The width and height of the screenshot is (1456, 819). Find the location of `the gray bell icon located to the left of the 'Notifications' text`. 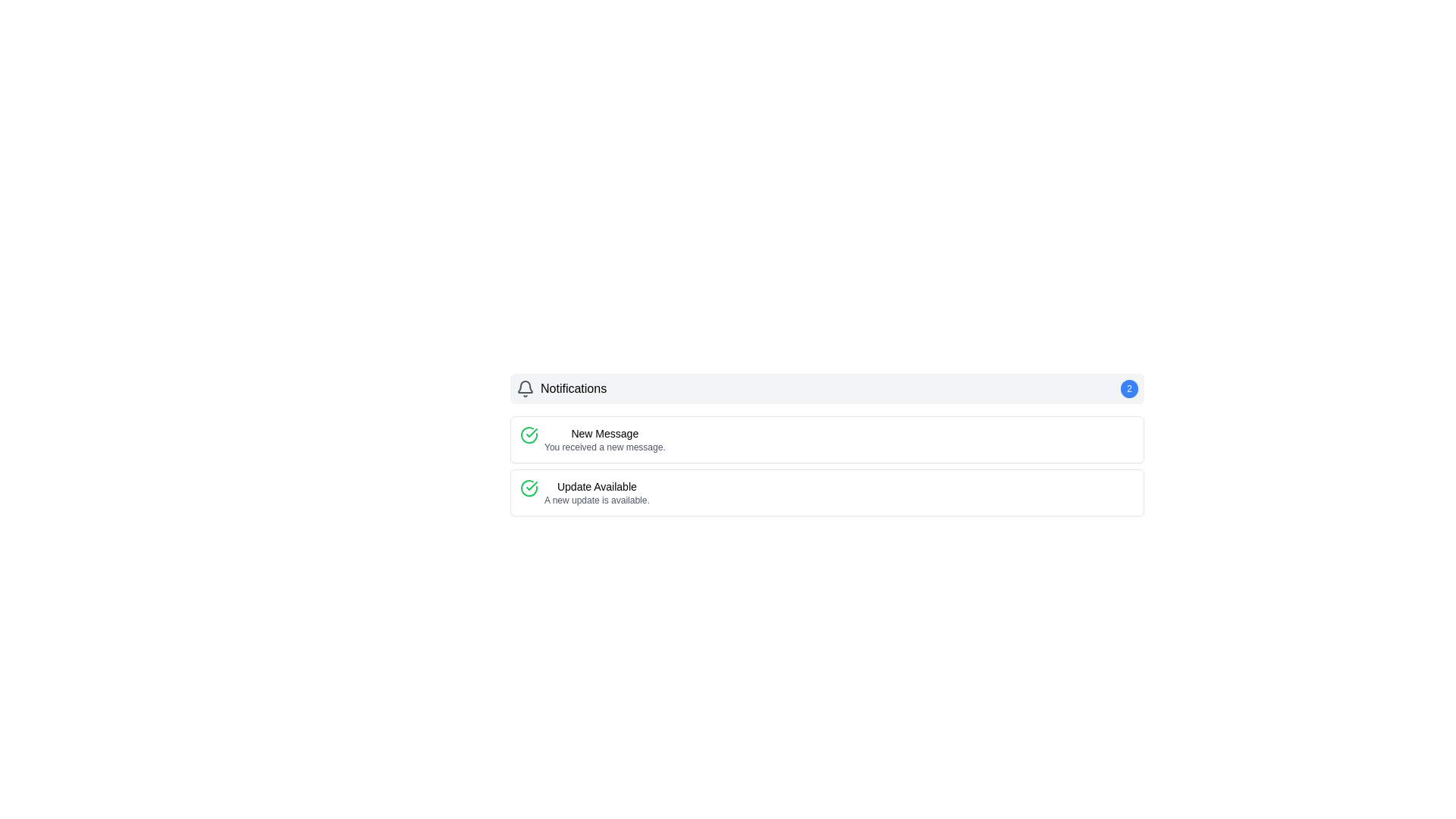

the gray bell icon located to the left of the 'Notifications' text is located at coordinates (525, 388).